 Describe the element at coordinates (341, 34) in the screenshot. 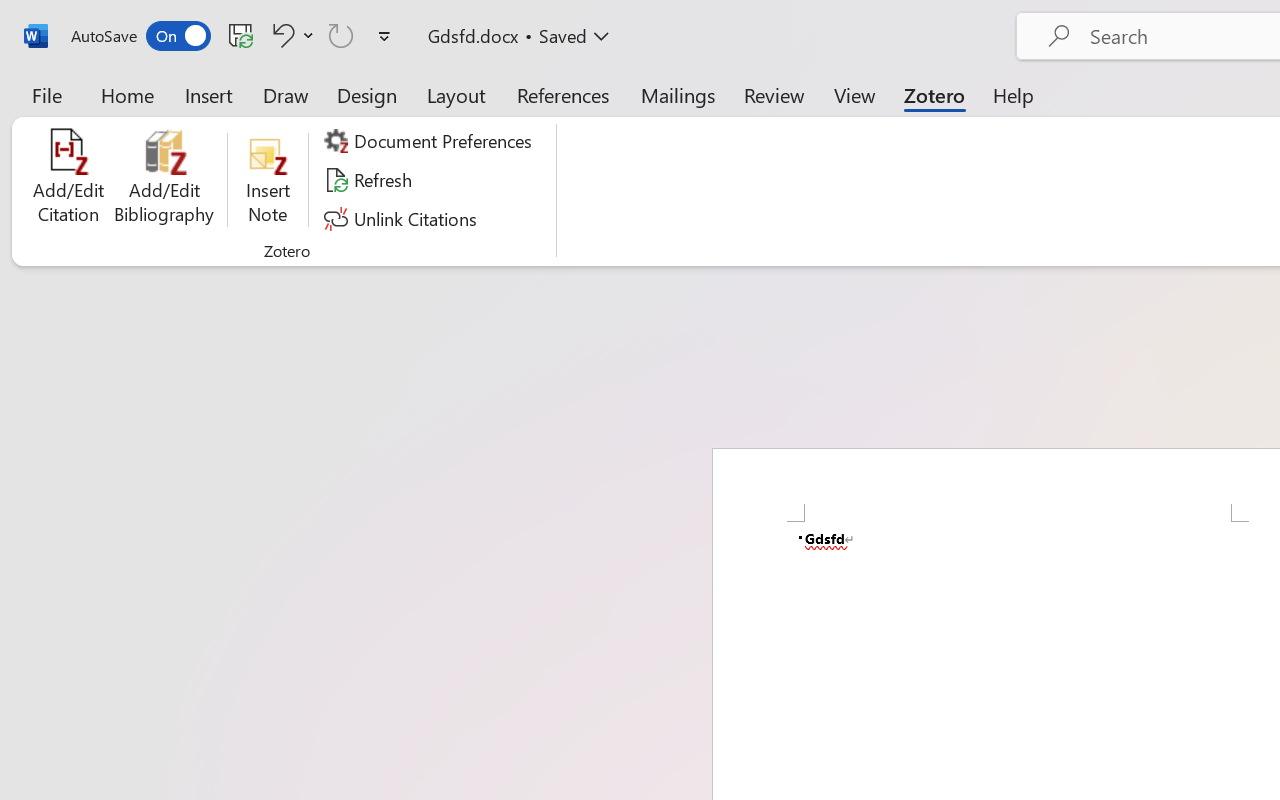

I see `'Can'` at that location.